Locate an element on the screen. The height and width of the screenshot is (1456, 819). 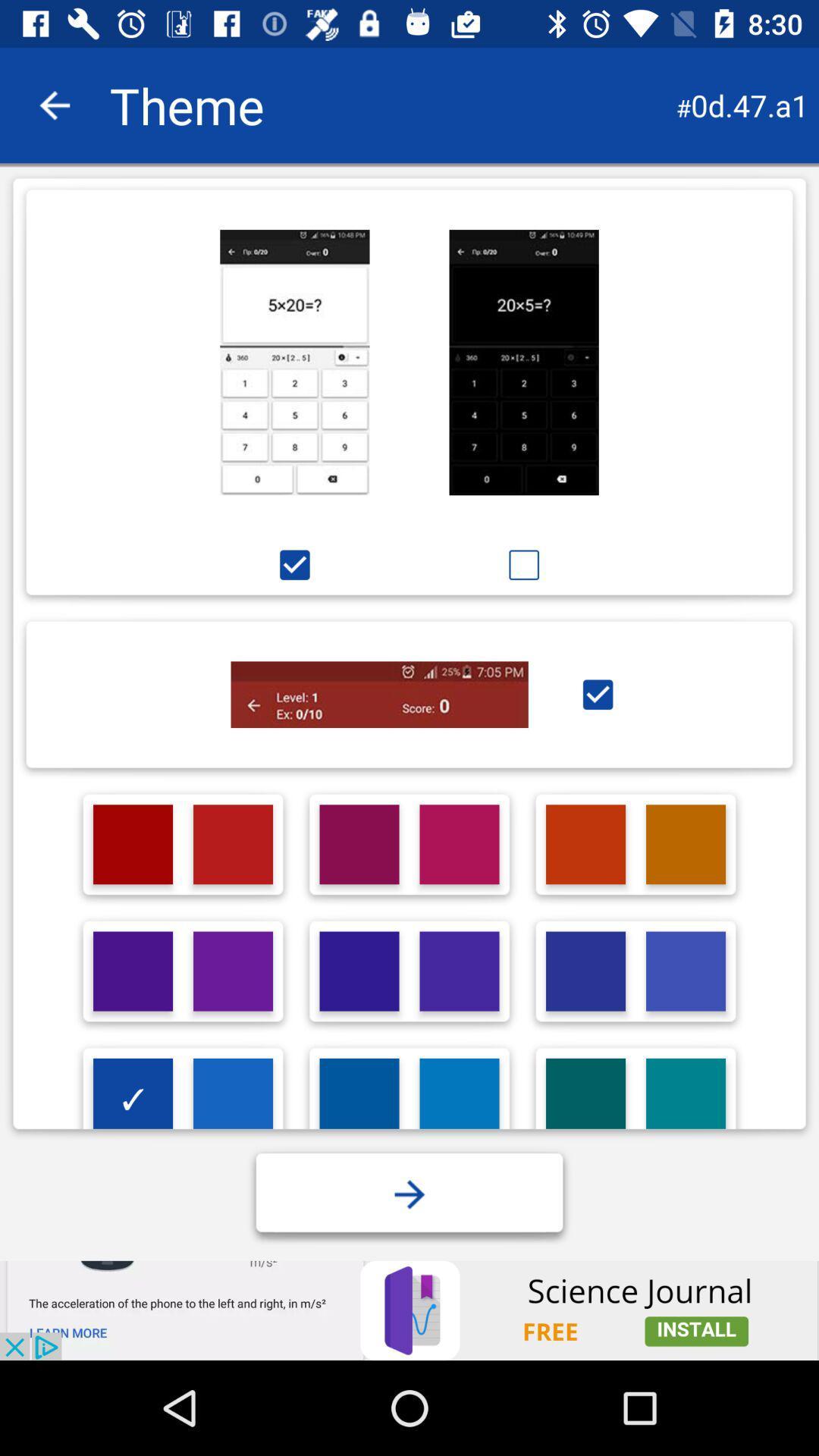
light green option is located at coordinates (585, 1098).